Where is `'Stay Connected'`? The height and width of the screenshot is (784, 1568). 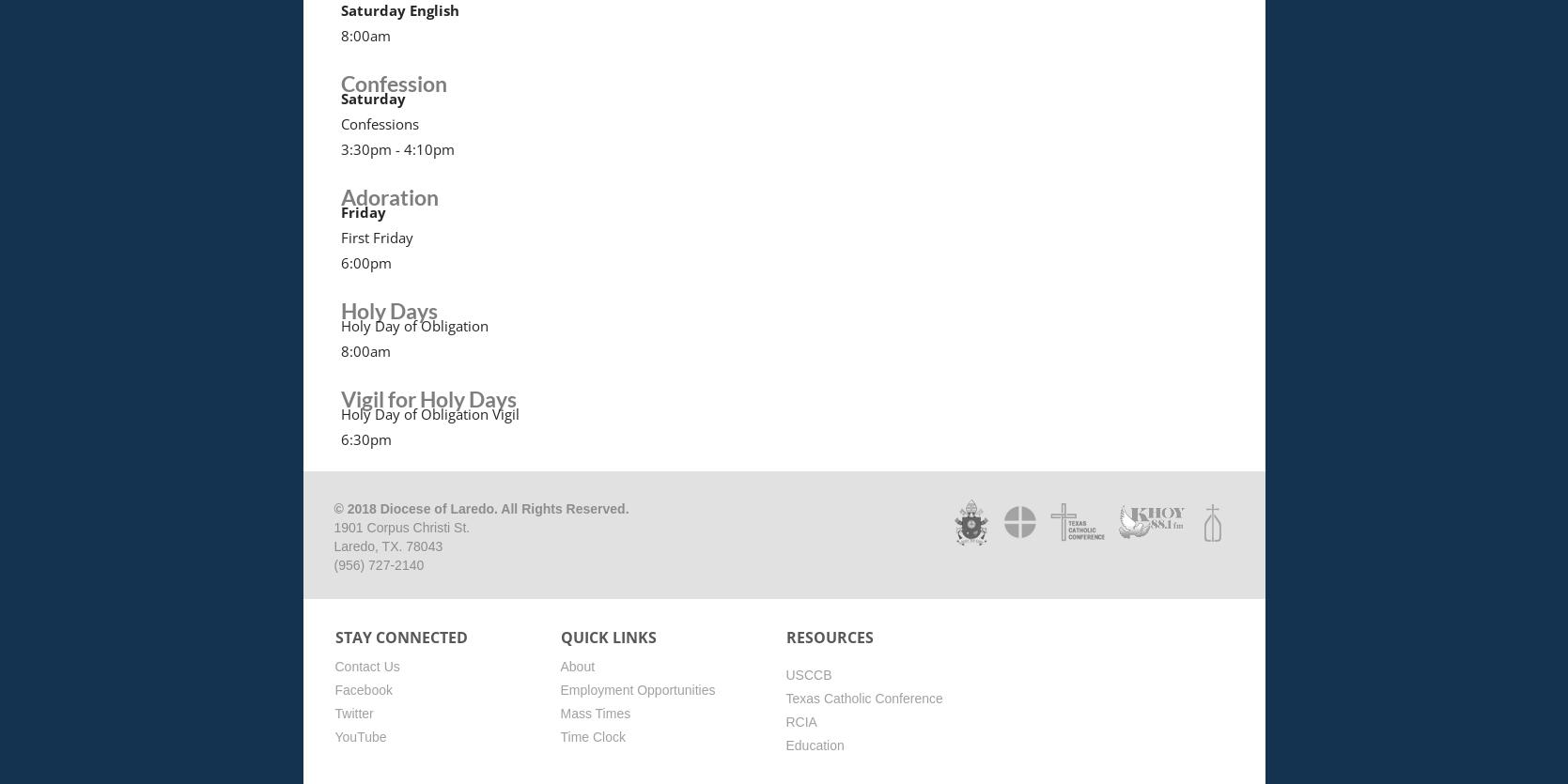 'Stay Connected' is located at coordinates (399, 637).